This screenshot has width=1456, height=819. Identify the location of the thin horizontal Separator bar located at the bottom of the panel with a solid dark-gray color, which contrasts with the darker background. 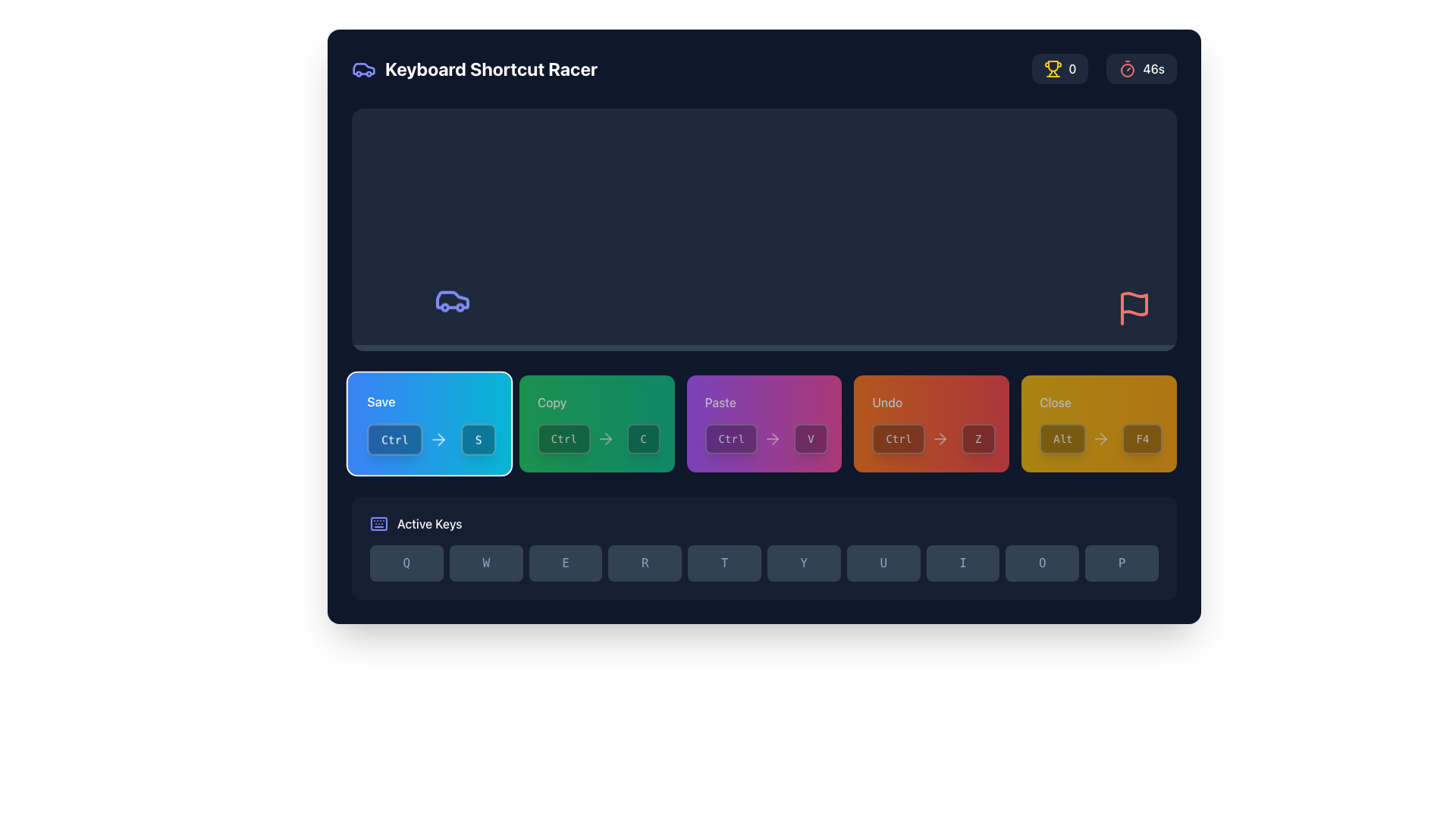
(764, 348).